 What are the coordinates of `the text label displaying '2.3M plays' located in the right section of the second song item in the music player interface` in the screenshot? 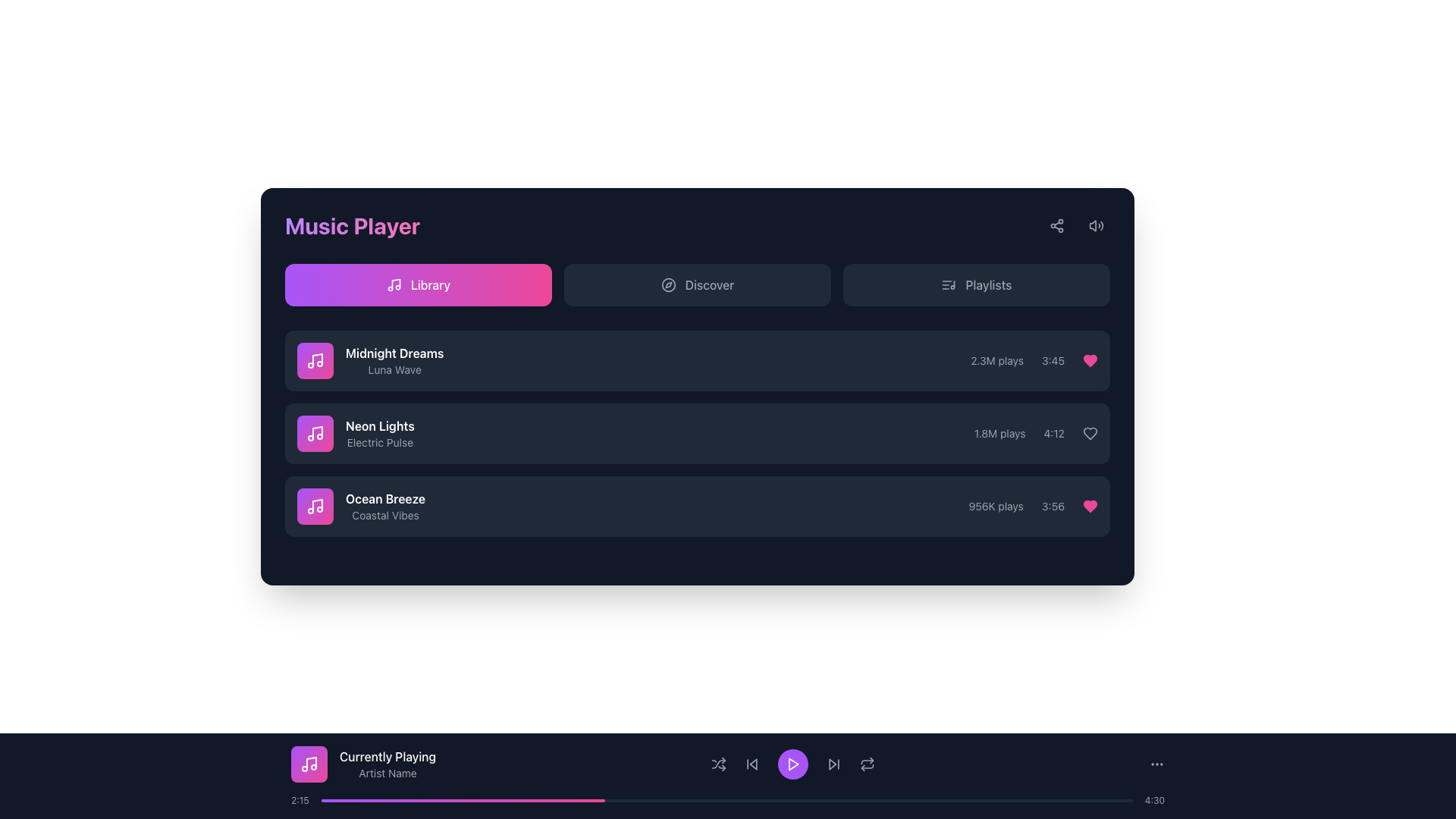 It's located at (997, 360).